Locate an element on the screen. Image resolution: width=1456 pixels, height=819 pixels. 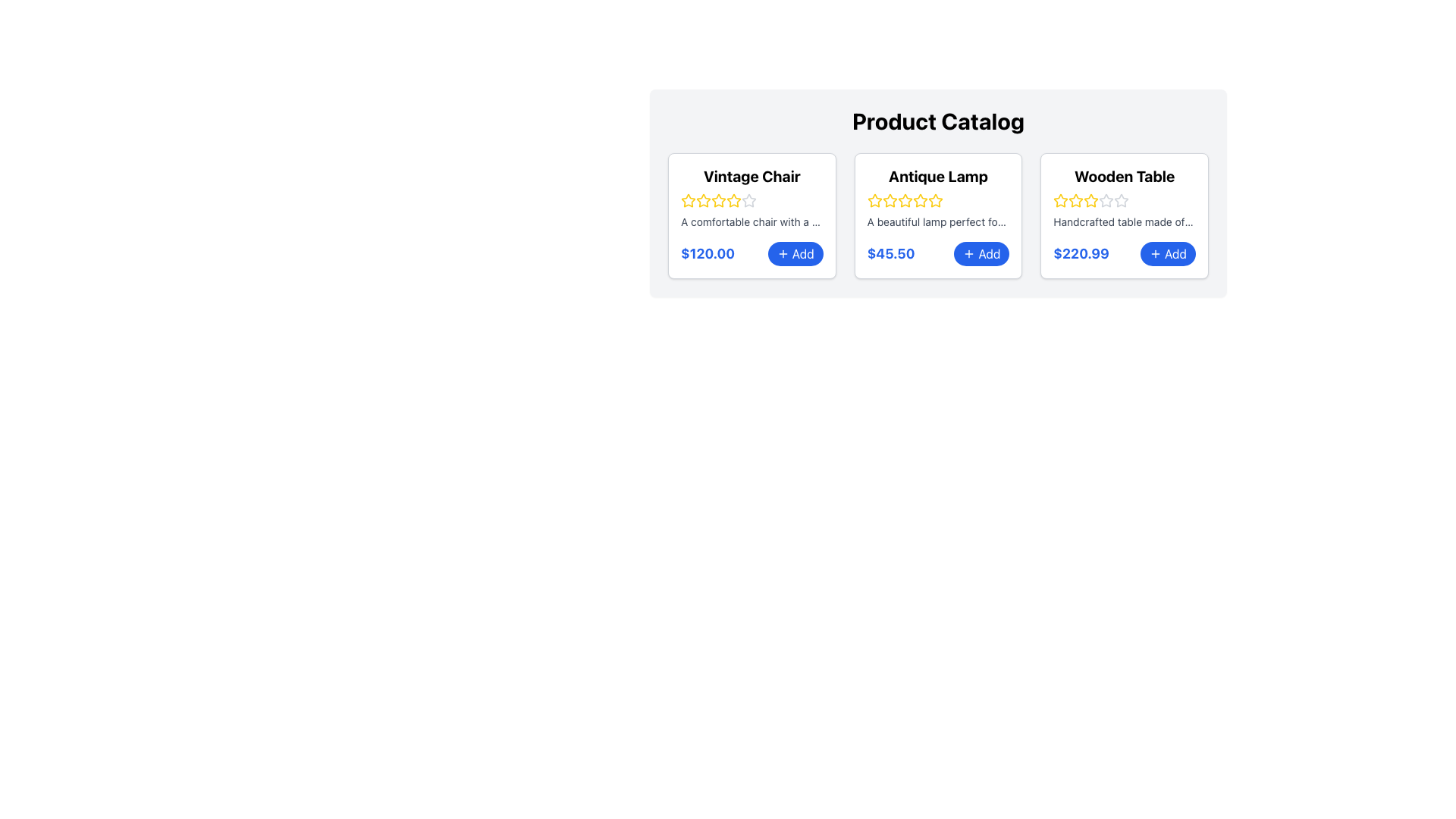
the fourth yellow star icon is located at coordinates (905, 200).